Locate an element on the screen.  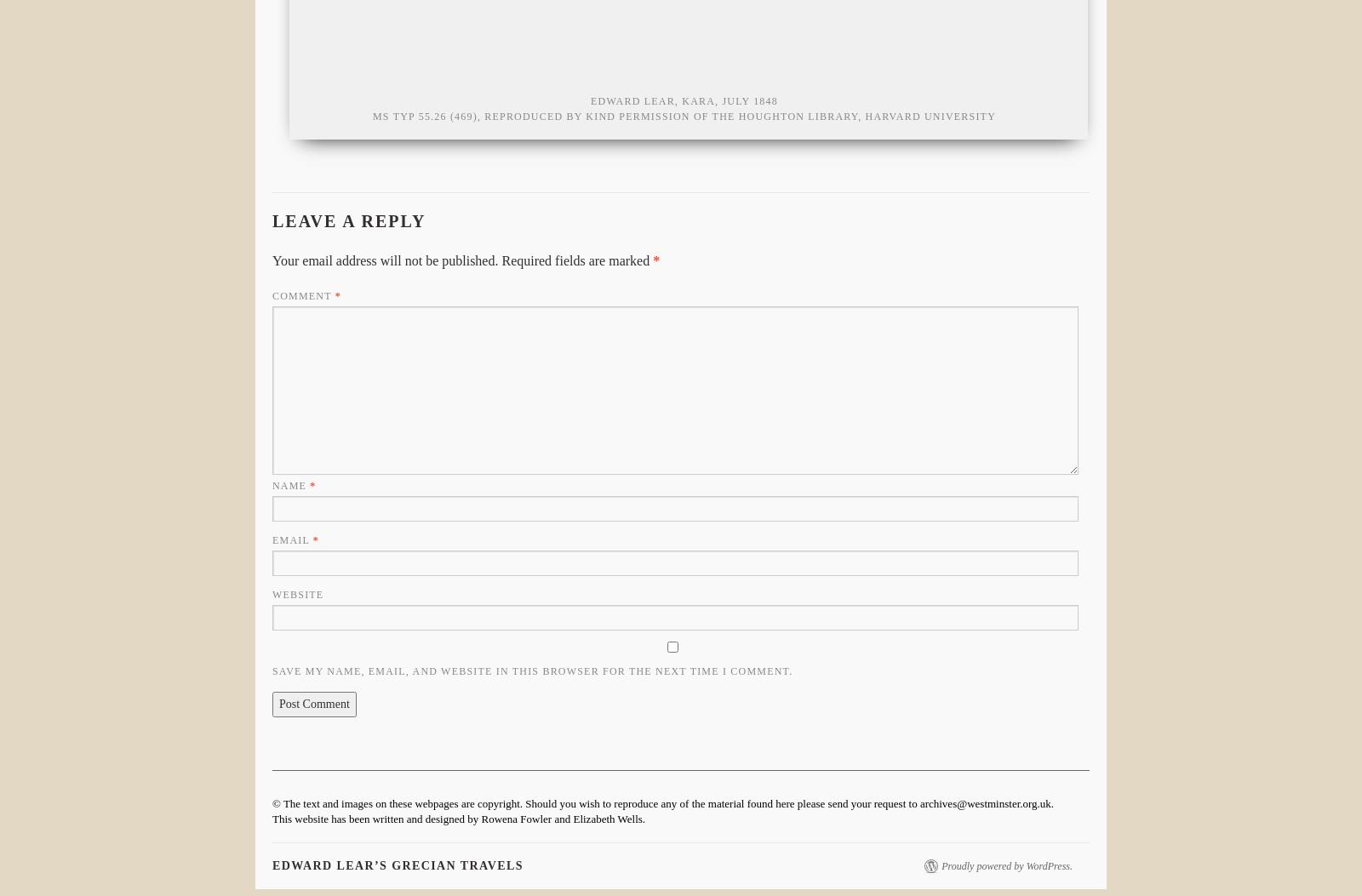
'Edward Lear, Kara, July 1848' is located at coordinates (683, 100).